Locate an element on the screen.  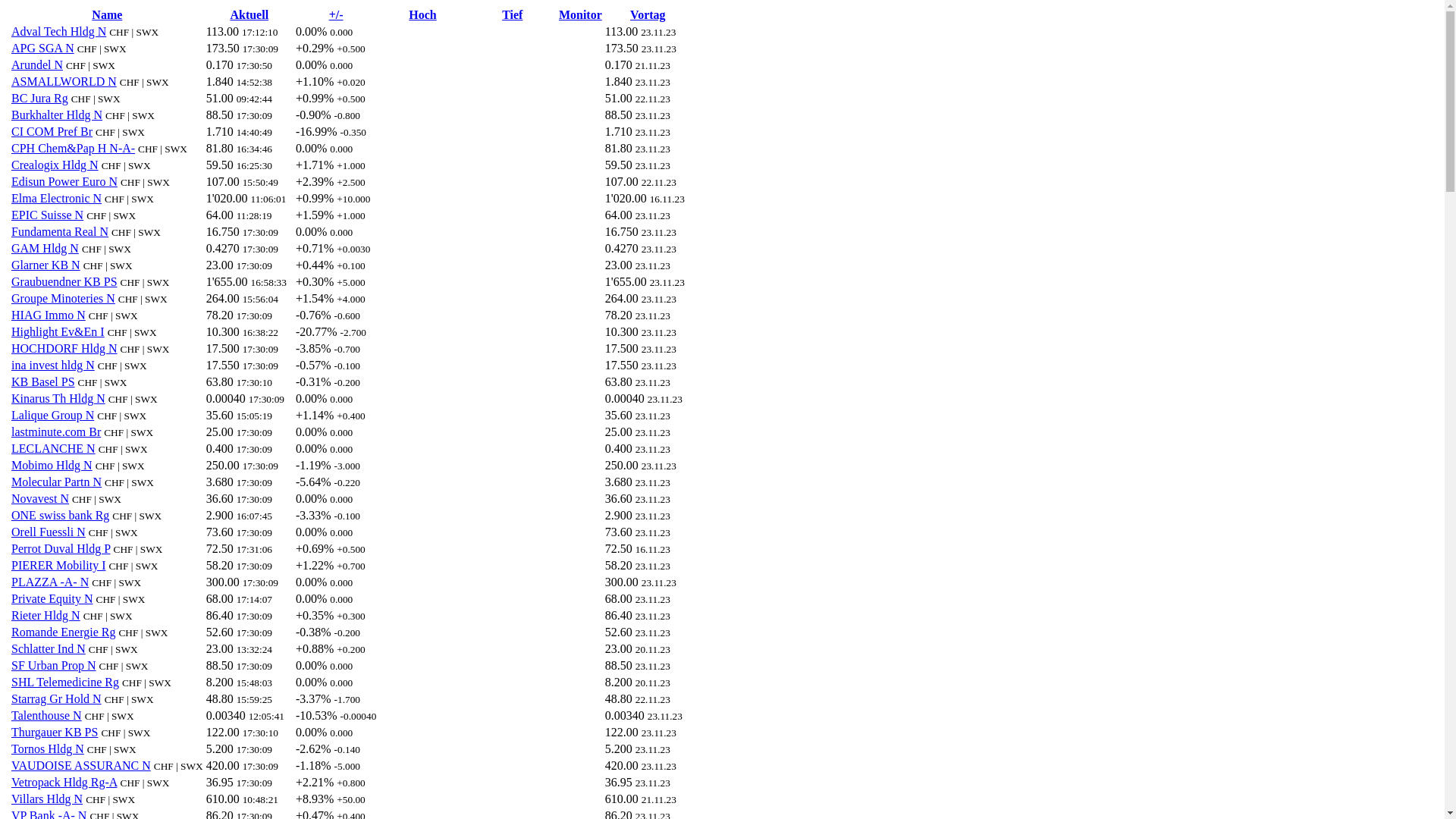
'Novavest N' is located at coordinates (39, 498).